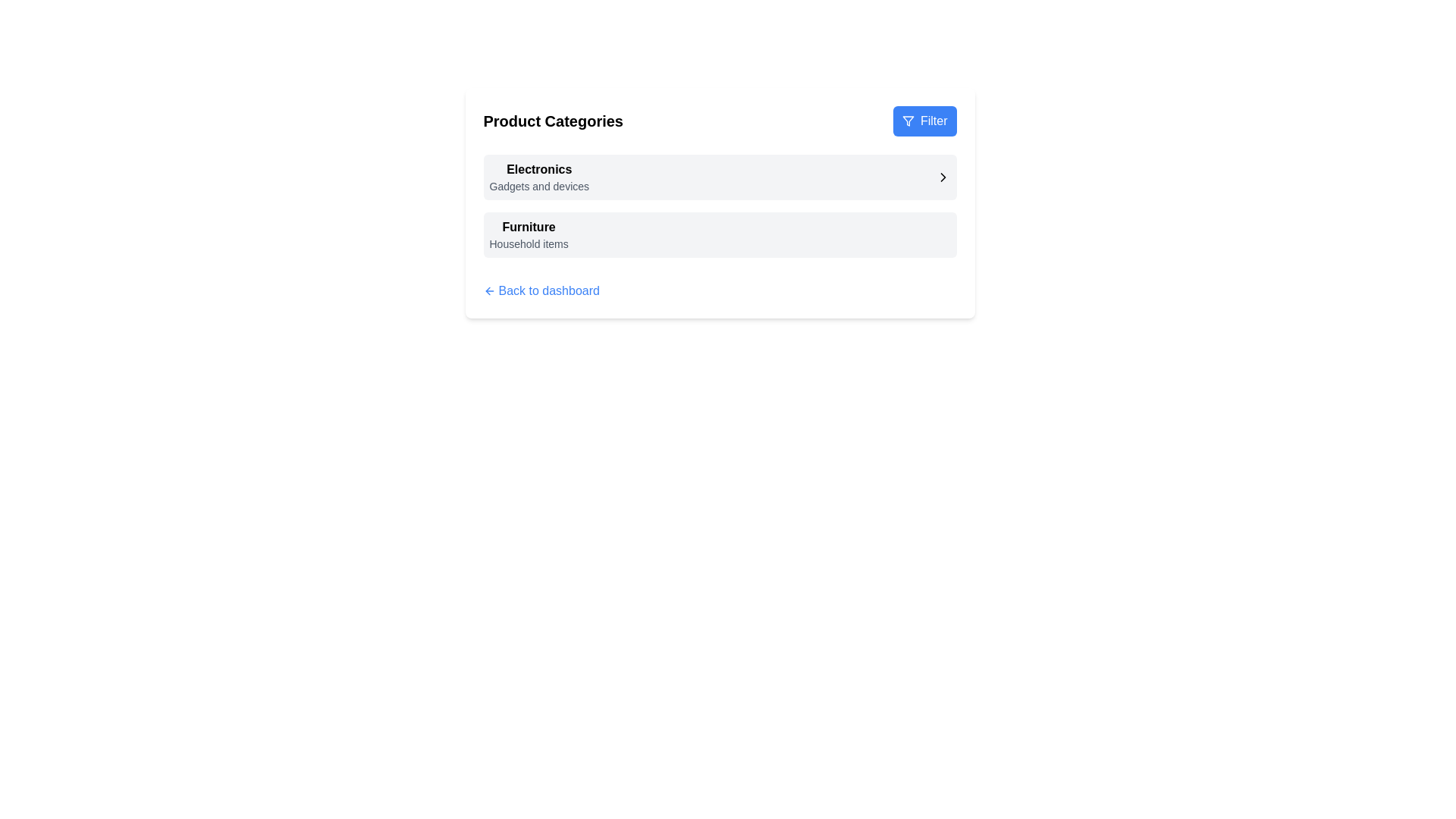 The image size is (1456, 819). Describe the element at coordinates (541, 291) in the screenshot. I see `the blue text hyperlink labeled 'Back to dashboard' with a leftward arrow icon` at that location.